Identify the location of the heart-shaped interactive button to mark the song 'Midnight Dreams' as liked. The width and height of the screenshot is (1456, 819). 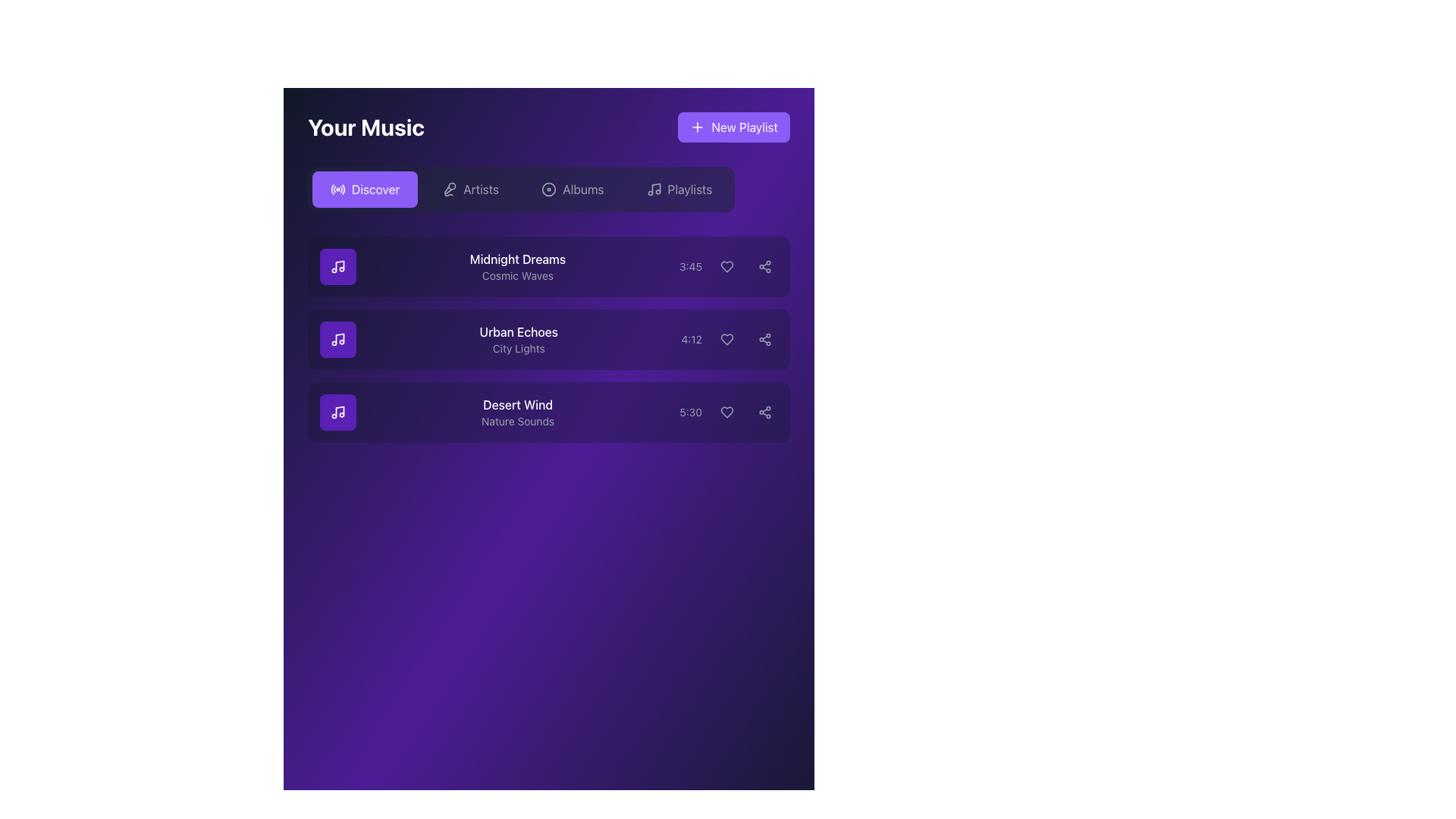
(728, 265).